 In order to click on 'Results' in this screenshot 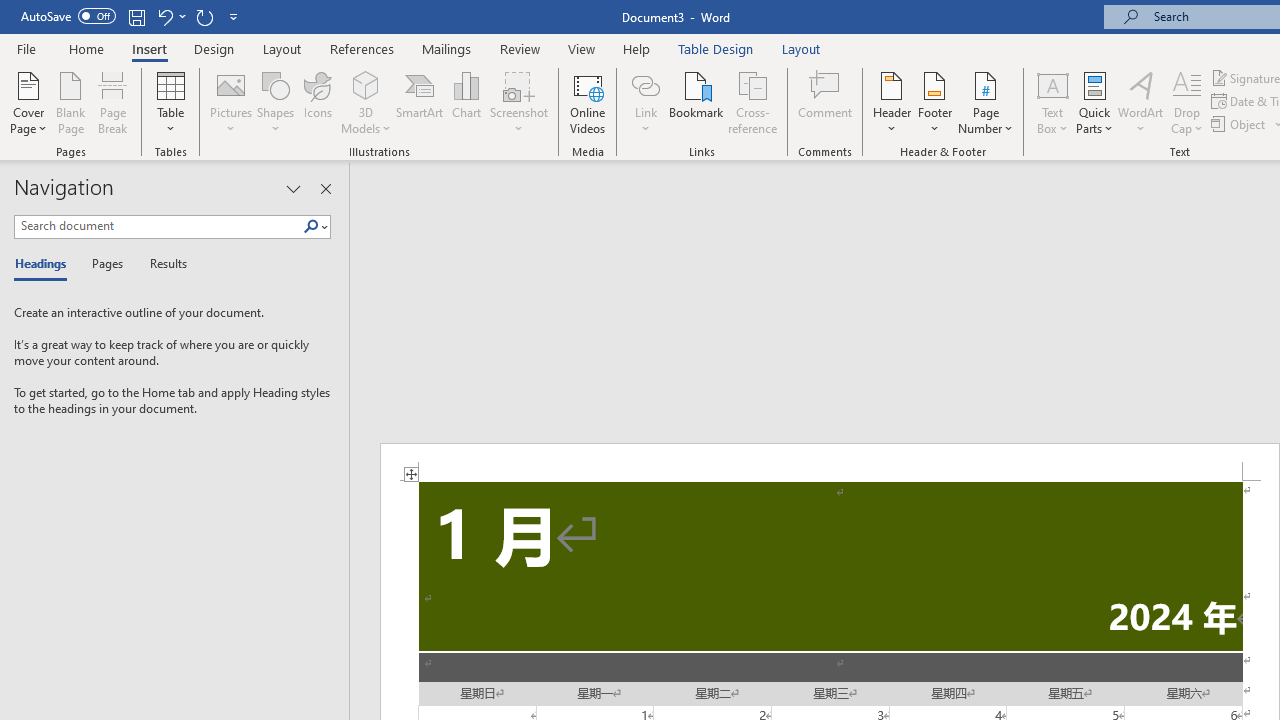, I will do `click(161, 264)`.